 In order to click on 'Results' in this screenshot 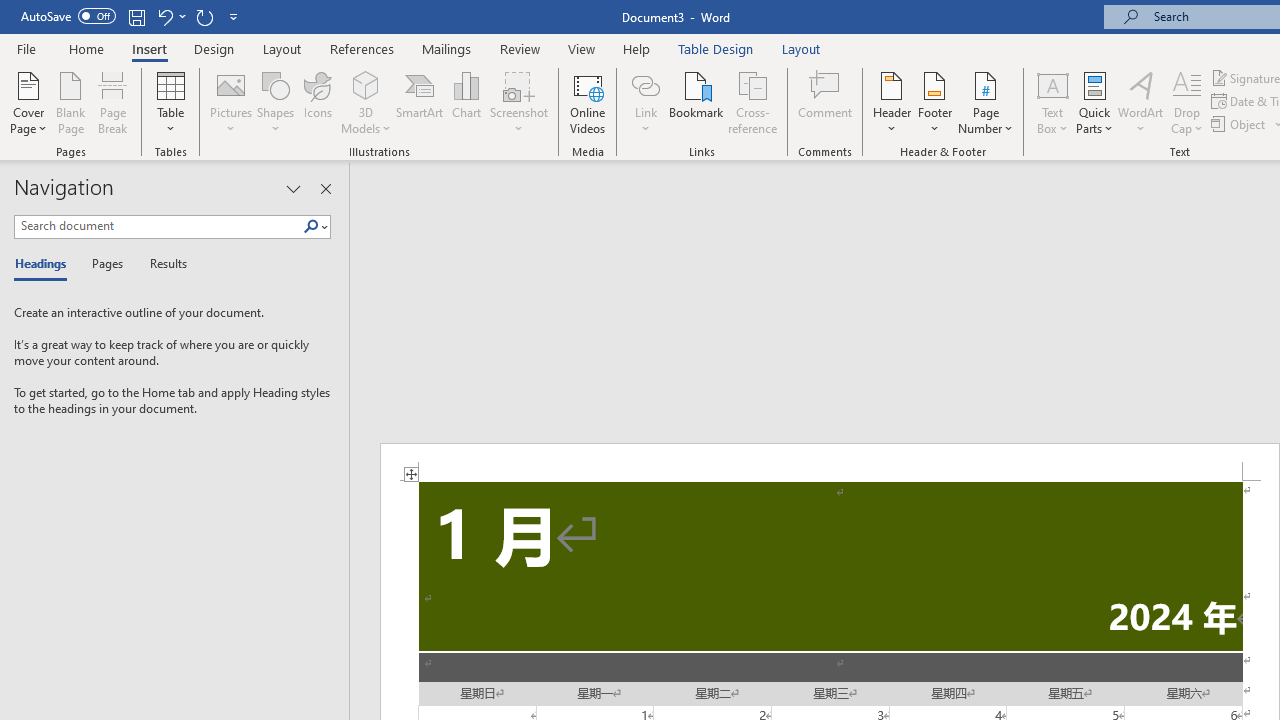, I will do `click(161, 264)`.